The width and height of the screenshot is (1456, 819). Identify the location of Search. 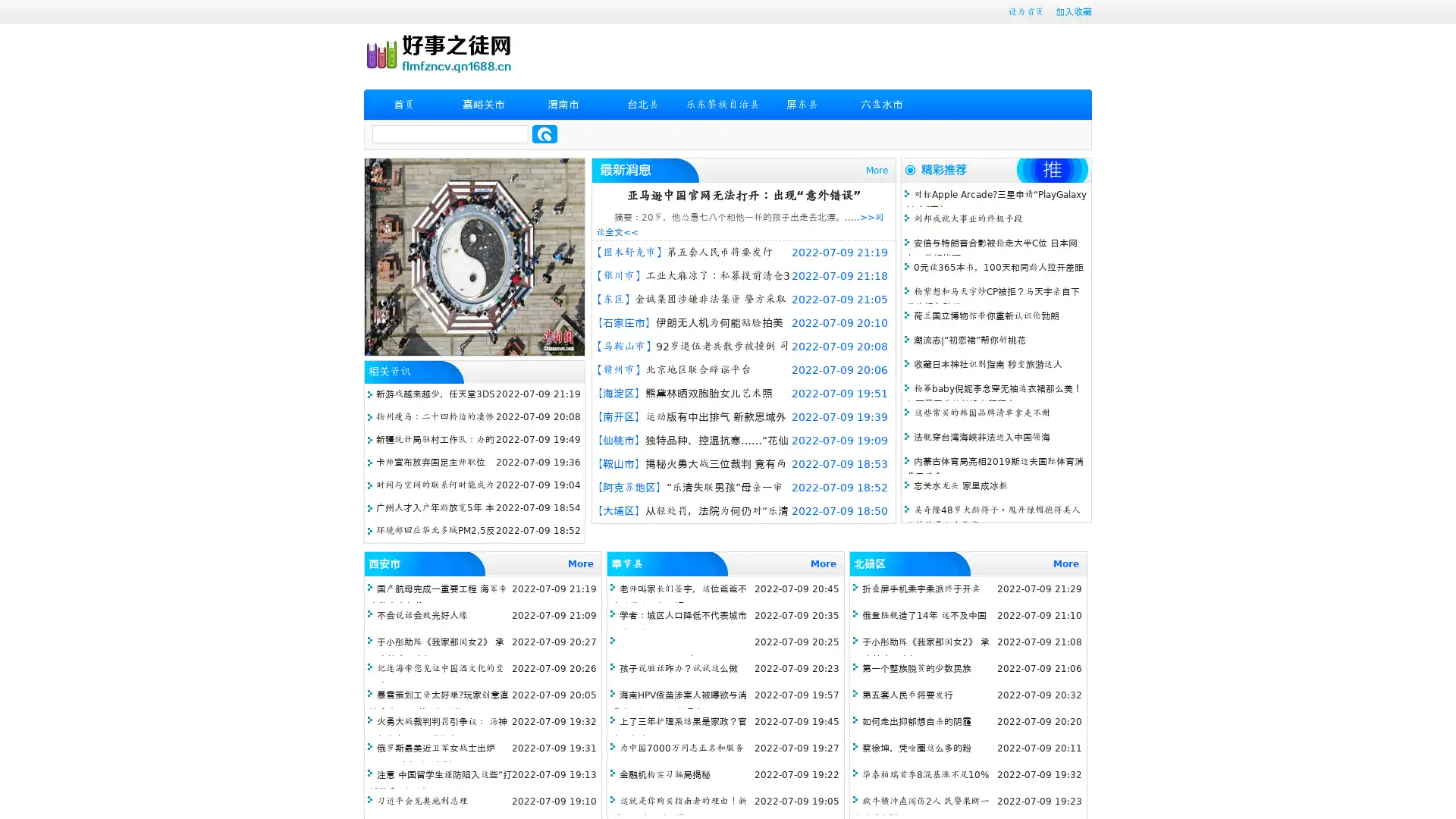
(544, 133).